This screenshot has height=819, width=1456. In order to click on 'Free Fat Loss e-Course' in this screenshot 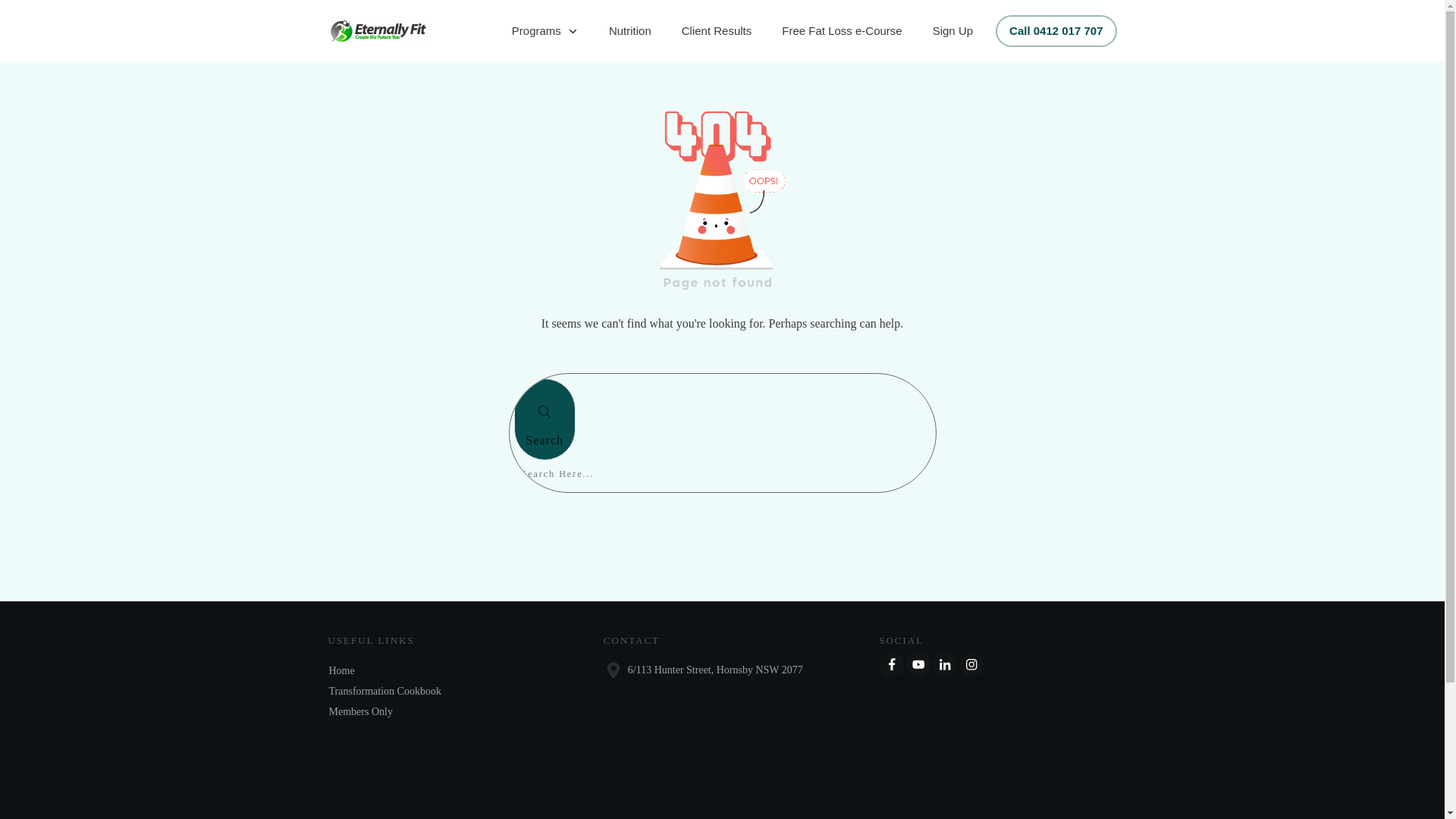, I will do `click(840, 31)`.